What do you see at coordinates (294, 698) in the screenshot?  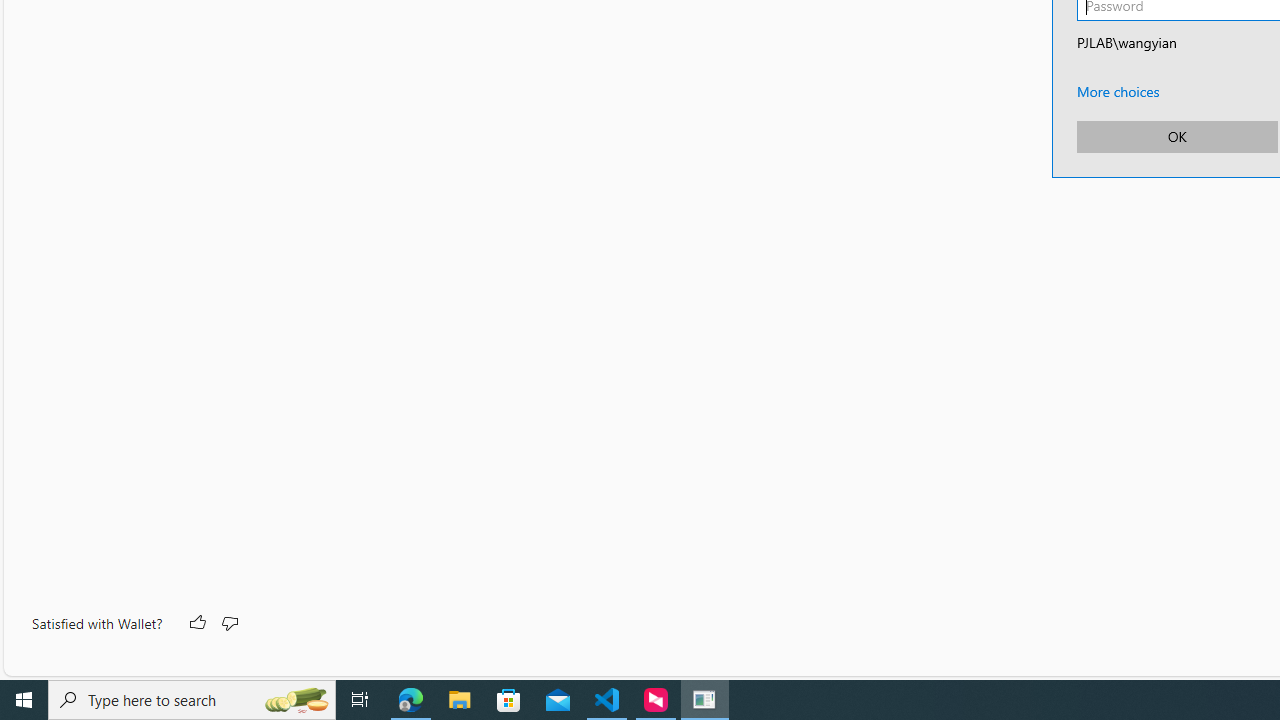 I see `'Search highlights icon opens search home window'` at bounding box center [294, 698].